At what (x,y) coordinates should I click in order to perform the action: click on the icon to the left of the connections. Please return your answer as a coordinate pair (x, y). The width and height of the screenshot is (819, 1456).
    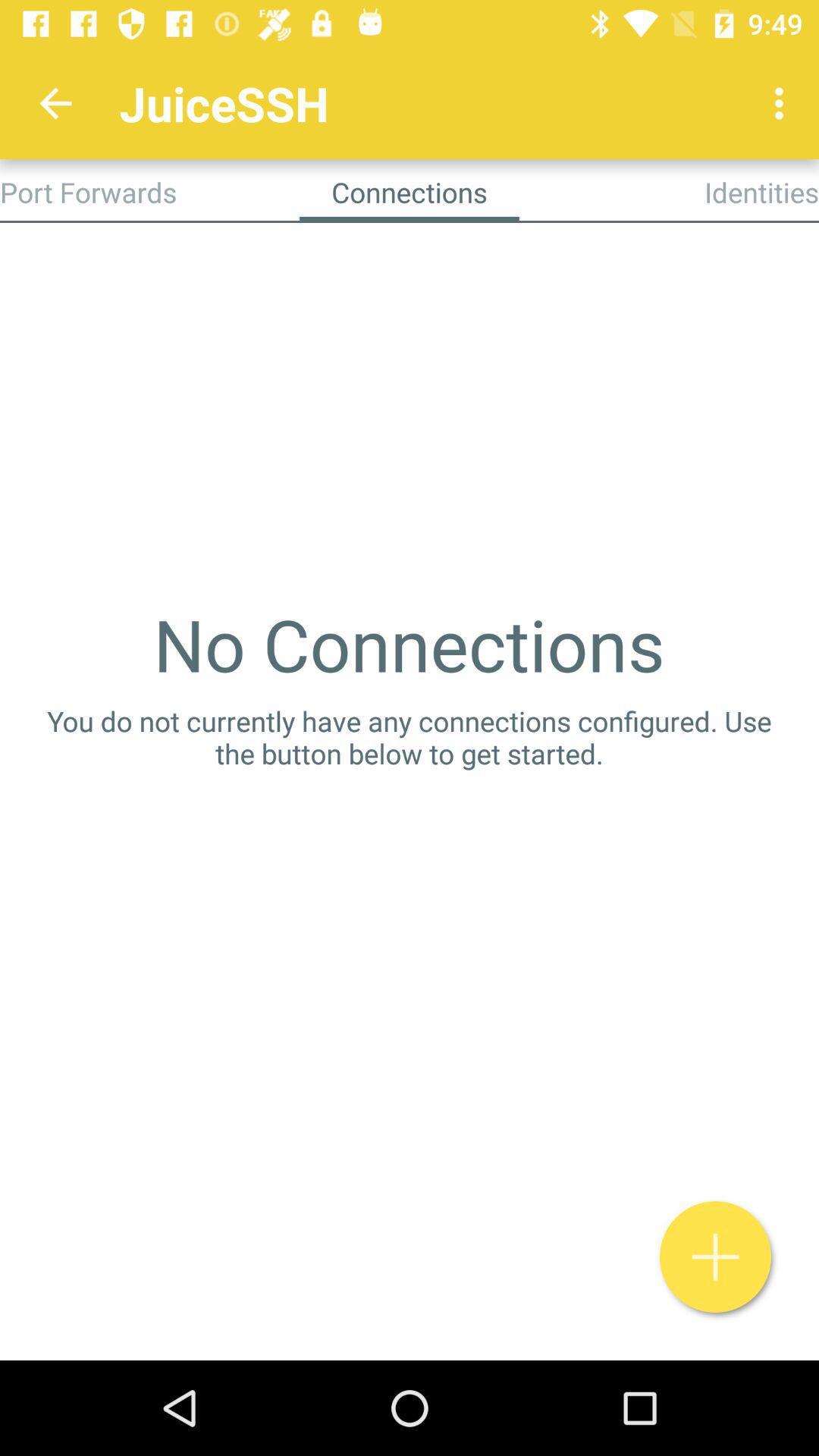
    Looking at the image, I should click on (88, 191).